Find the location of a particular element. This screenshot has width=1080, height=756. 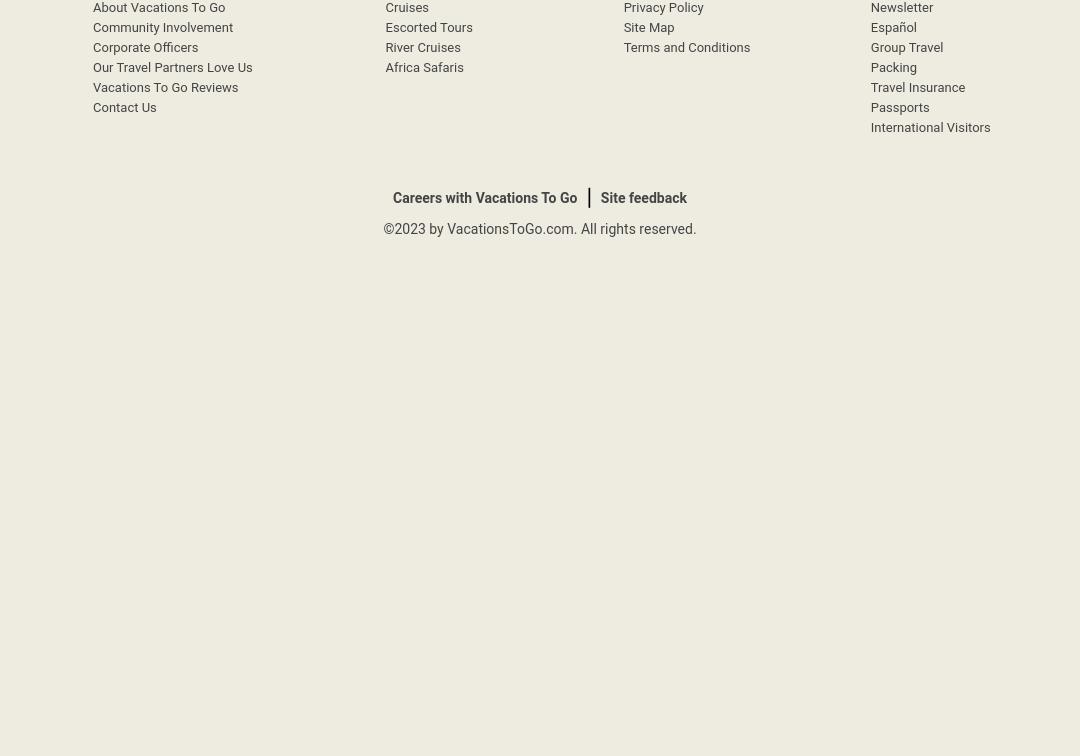

'Español' is located at coordinates (892, 27).